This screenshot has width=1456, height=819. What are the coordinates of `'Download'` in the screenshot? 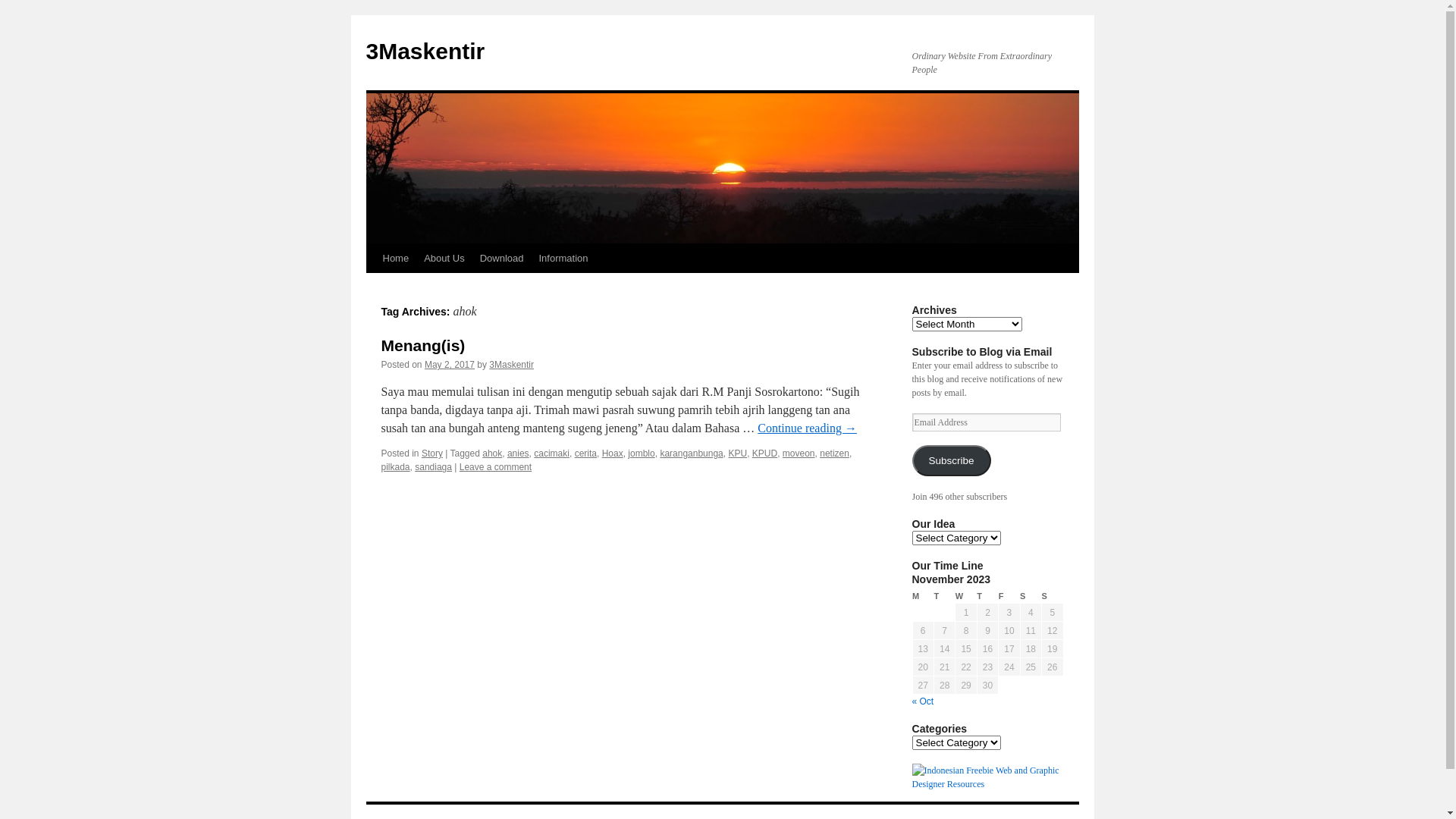 It's located at (502, 257).